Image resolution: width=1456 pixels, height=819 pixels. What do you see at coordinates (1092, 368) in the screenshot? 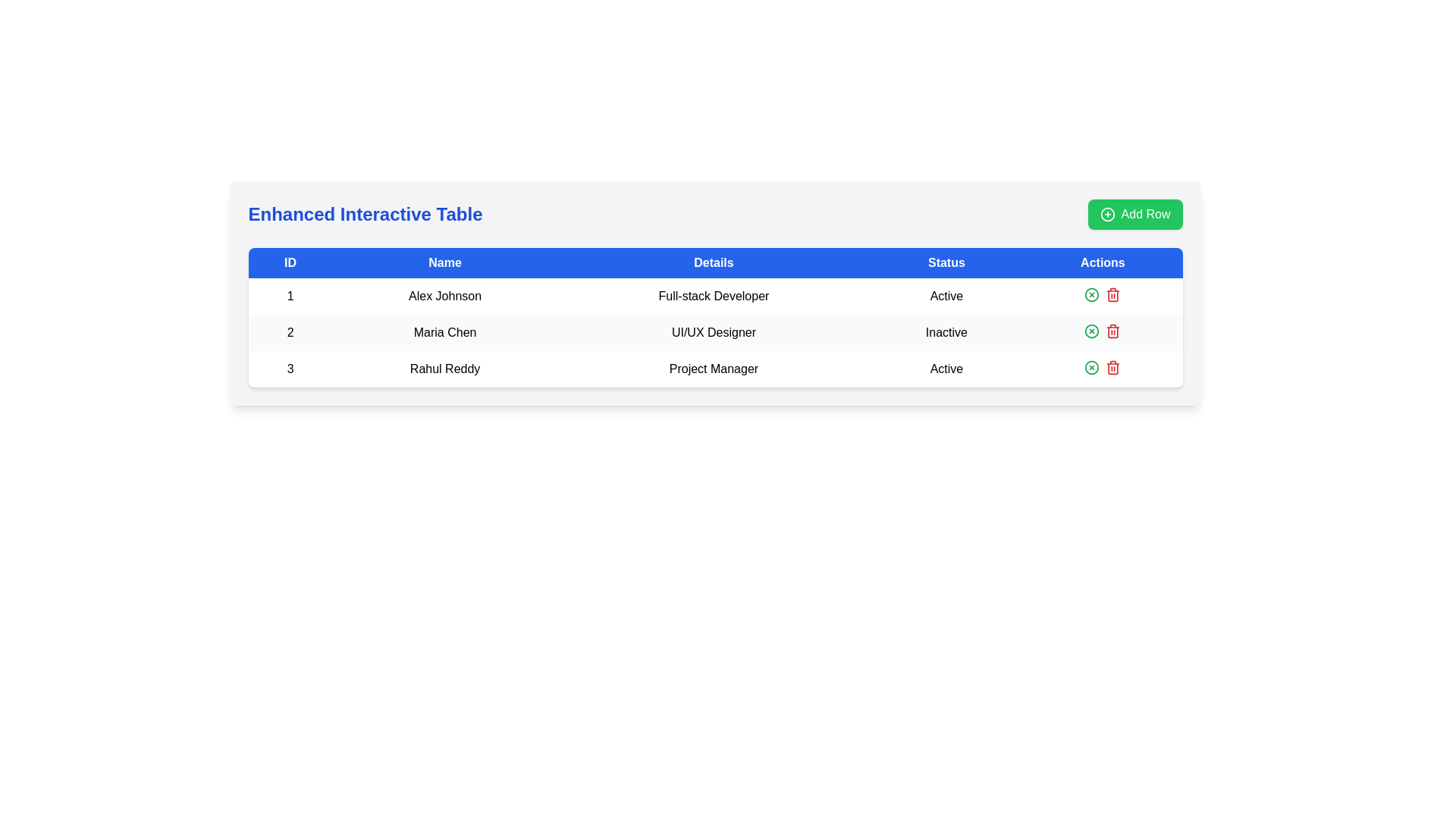
I see `the interactive approval button located in the 'Actions' column of the third row in the table, which is adjacent` at bounding box center [1092, 368].